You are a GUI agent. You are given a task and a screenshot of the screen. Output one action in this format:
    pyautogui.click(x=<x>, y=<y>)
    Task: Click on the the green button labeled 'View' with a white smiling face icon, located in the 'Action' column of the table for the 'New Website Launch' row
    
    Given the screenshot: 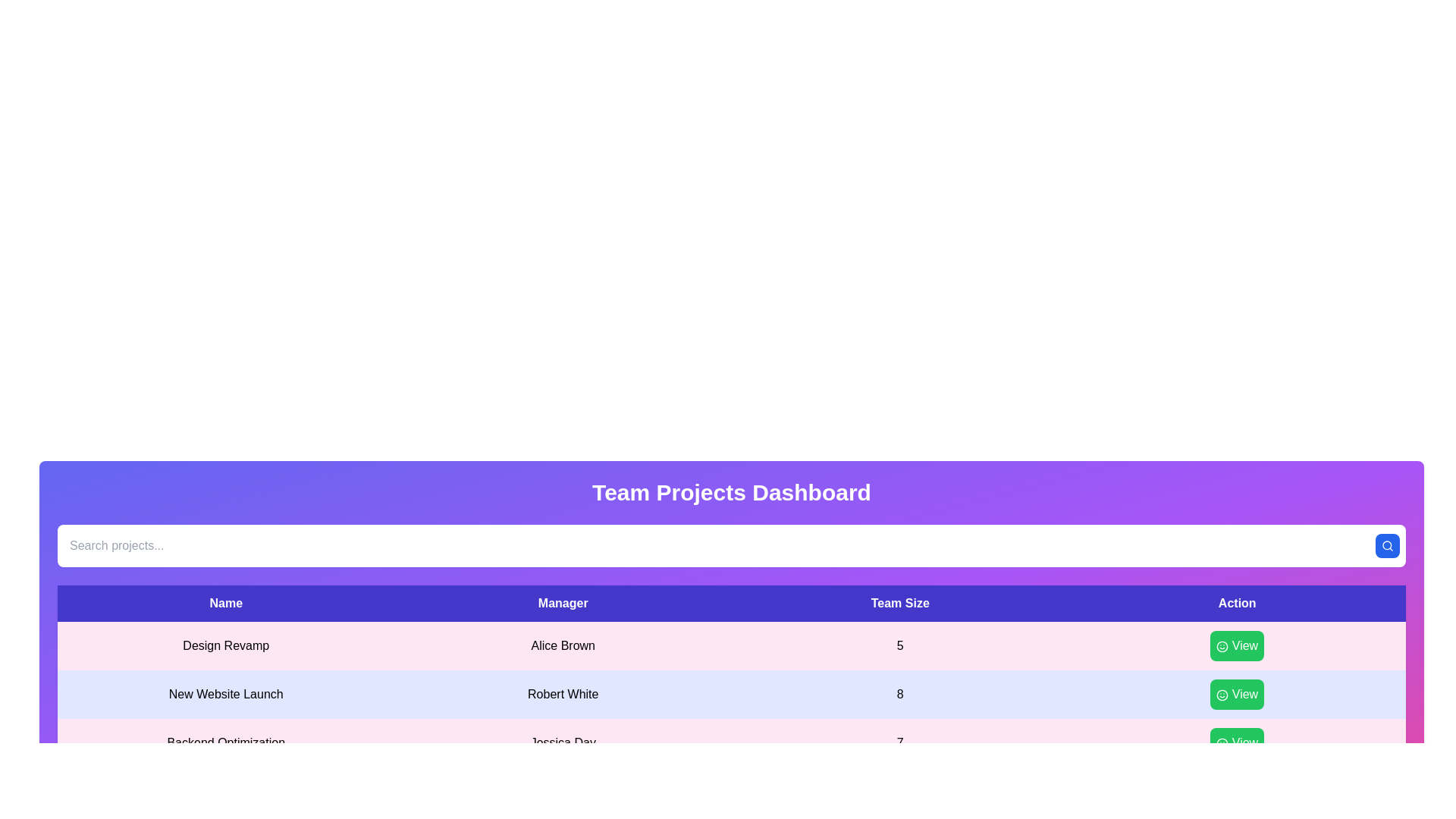 What is the action you would take?
    pyautogui.click(x=1237, y=694)
    